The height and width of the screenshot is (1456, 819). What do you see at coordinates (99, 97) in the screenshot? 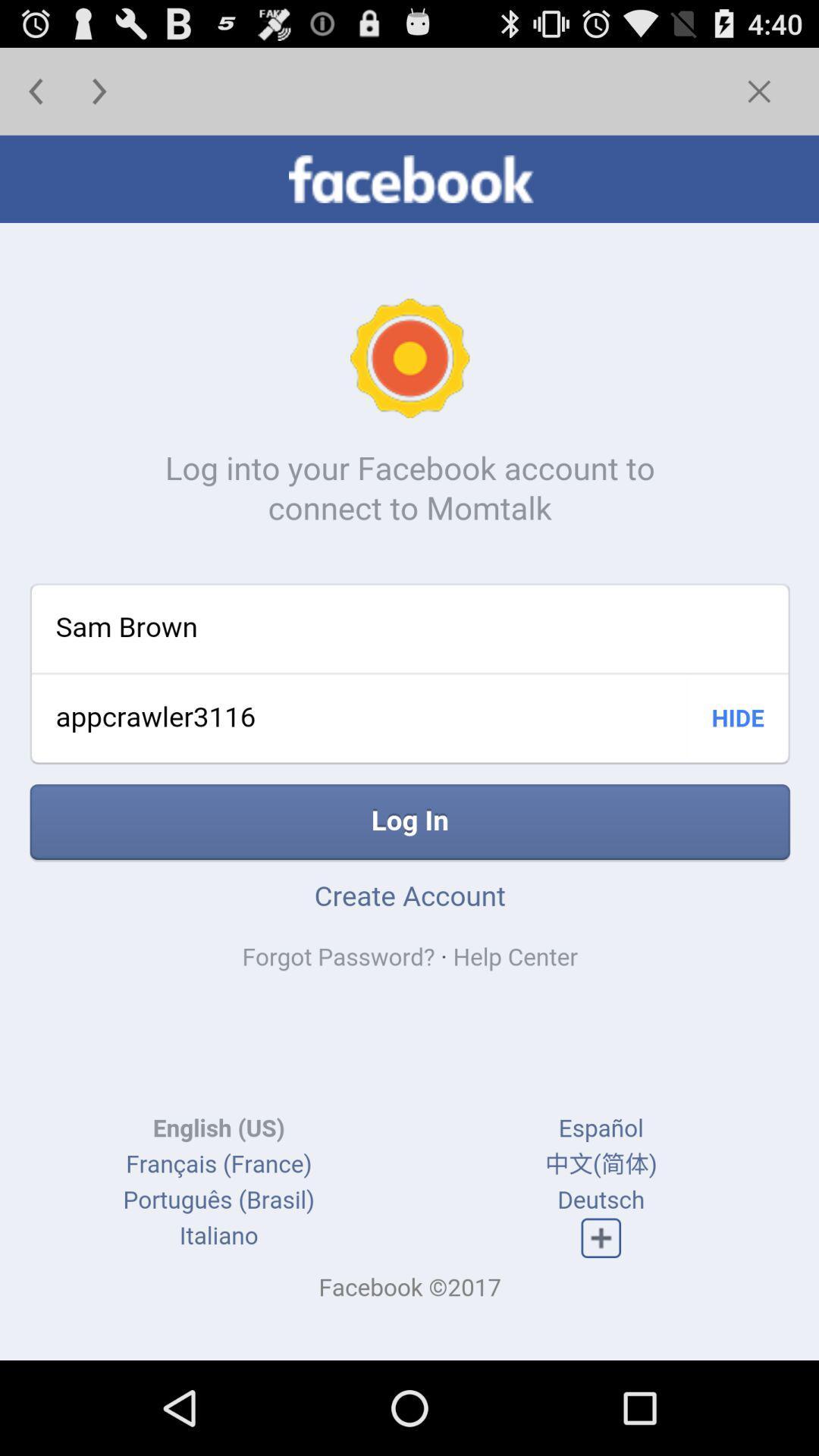
I see `the arrow_forward icon` at bounding box center [99, 97].